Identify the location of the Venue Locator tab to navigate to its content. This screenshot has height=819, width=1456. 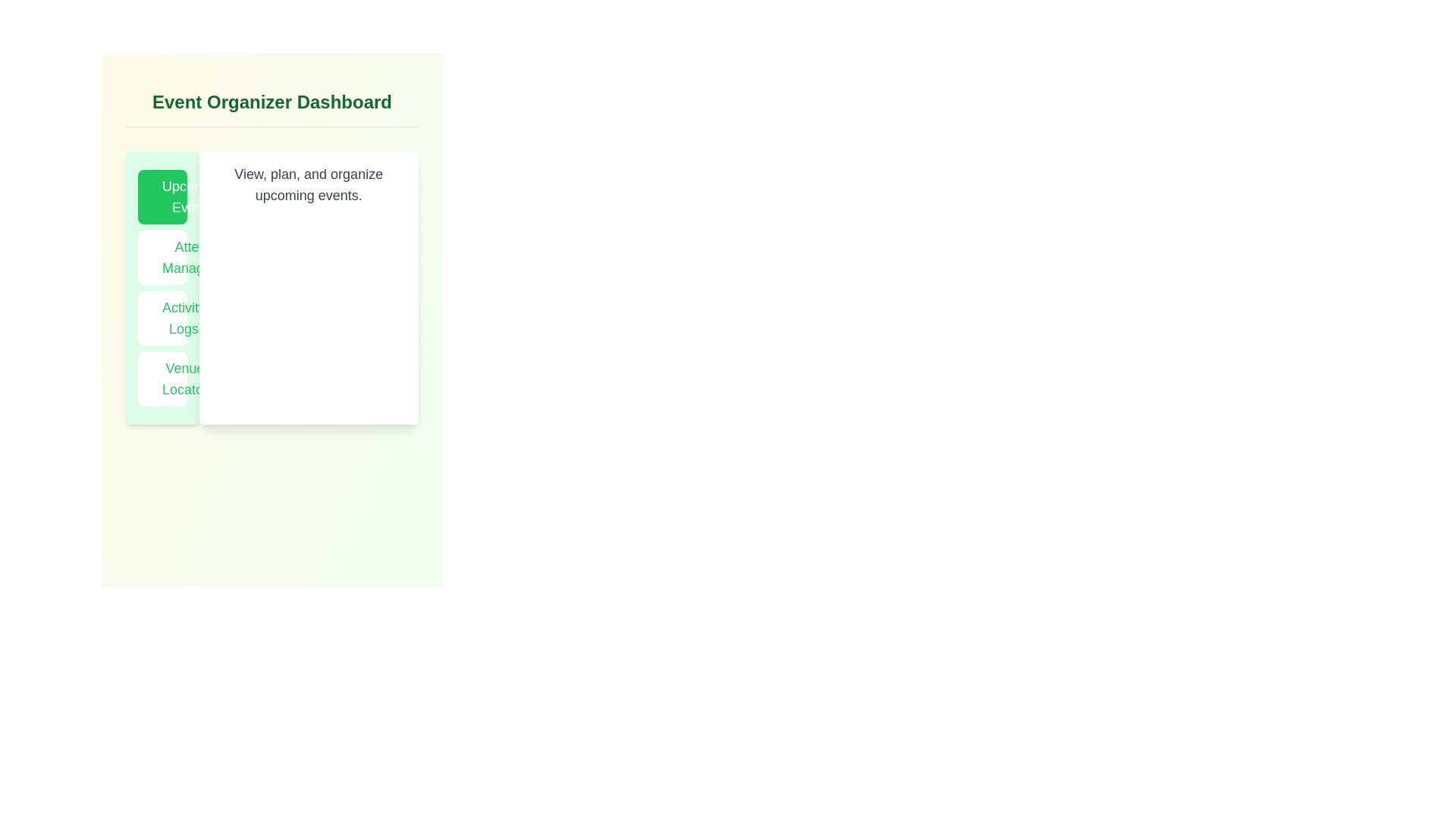
(162, 378).